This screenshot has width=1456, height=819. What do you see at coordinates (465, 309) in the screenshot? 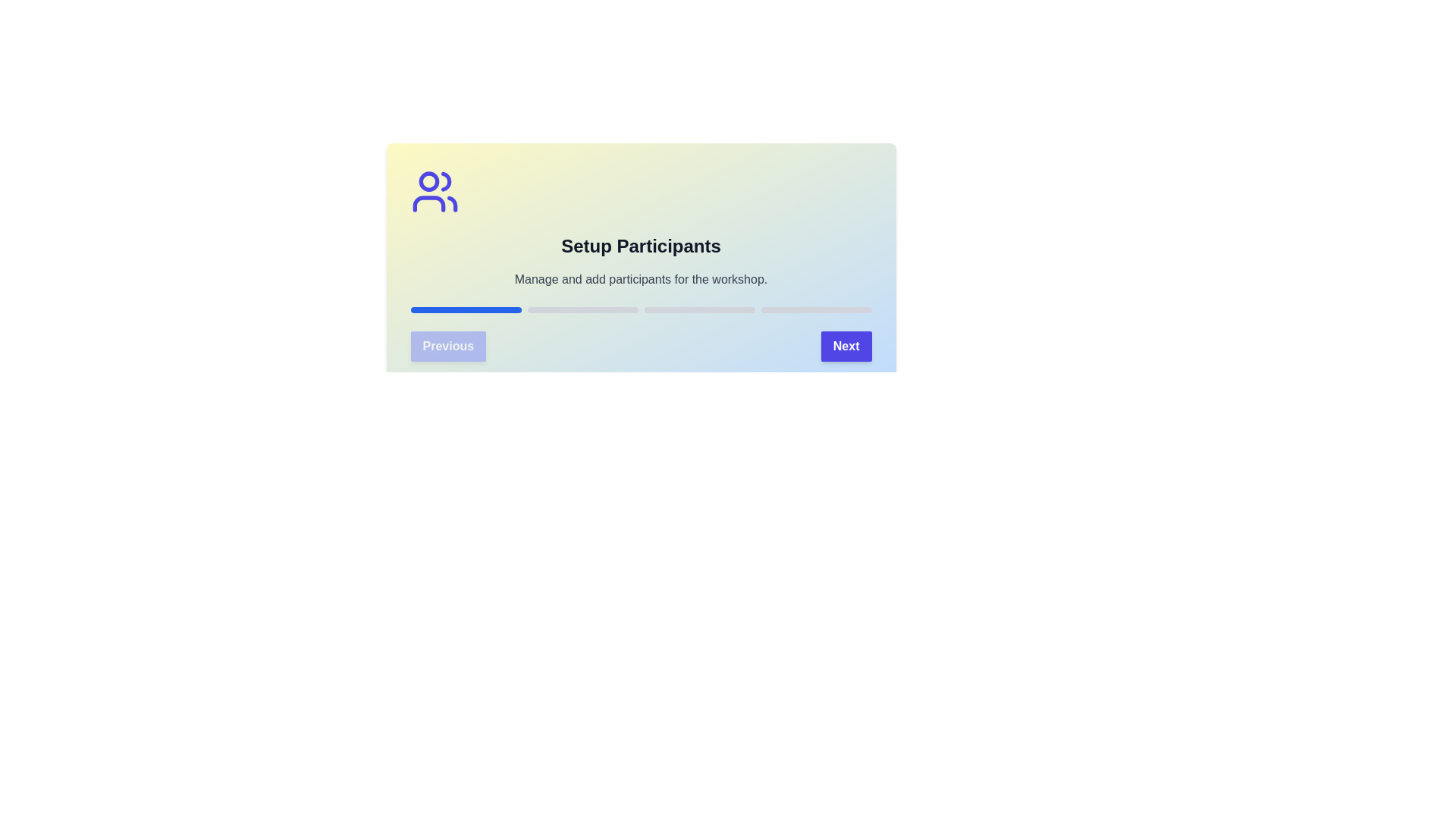
I see `the progress bar segment corresponding to stage 1` at bounding box center [465, 309].